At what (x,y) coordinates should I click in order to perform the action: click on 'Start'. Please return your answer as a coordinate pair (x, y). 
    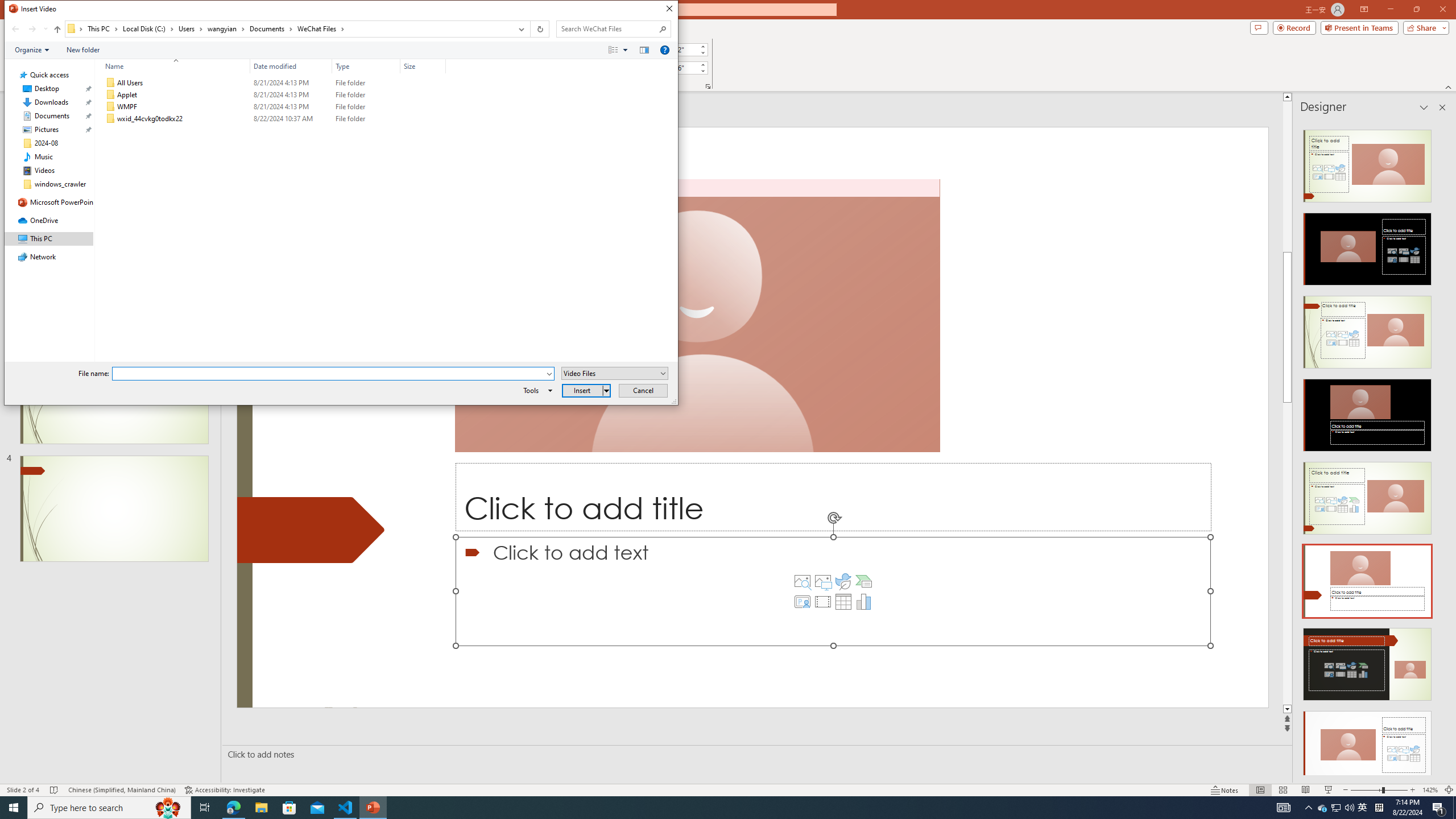
    Looking at the image, I should click on (14, 806).